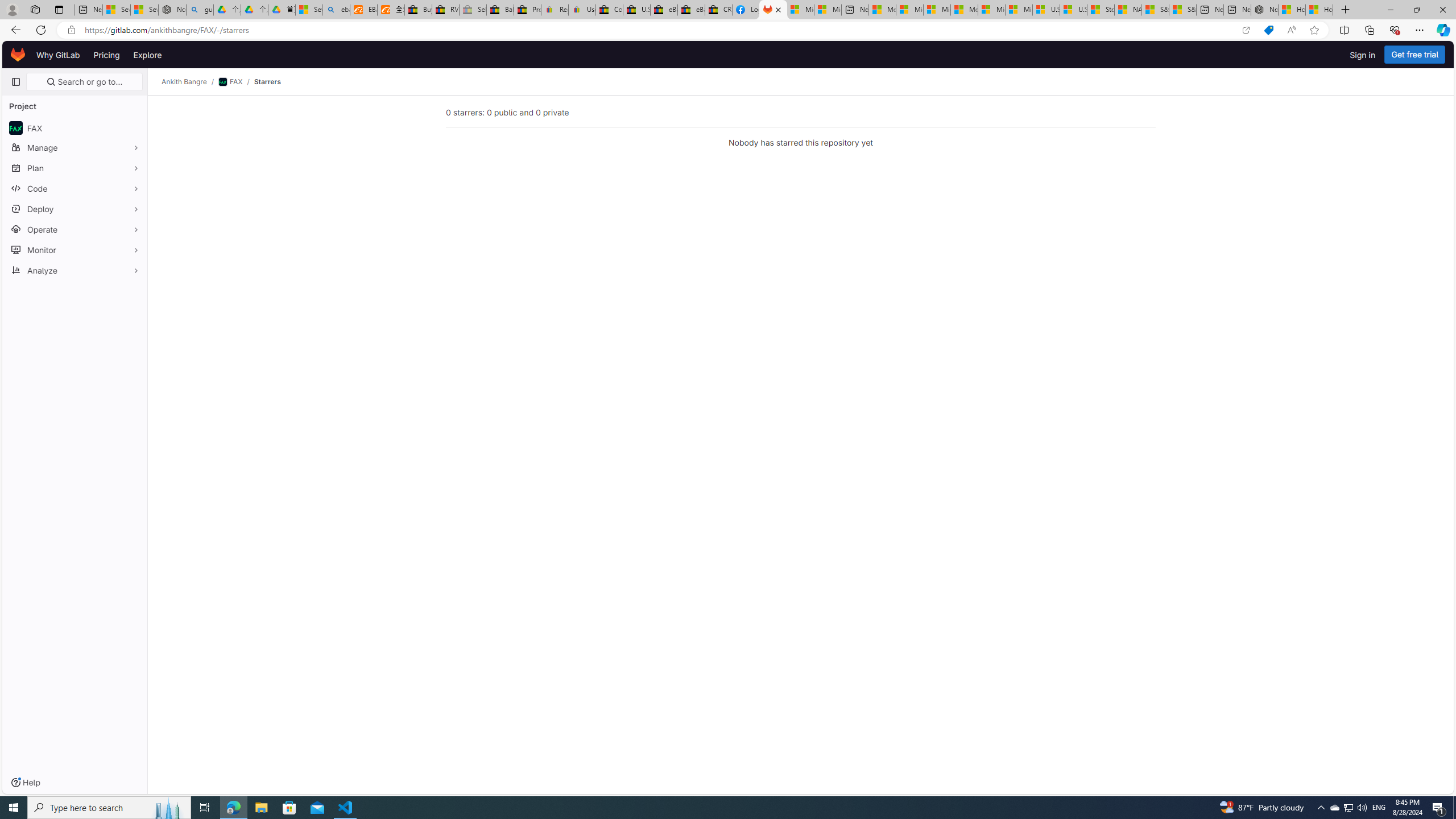 The width and height of the screenshot is (1456, 819). I want to click on 'Refresh', so click(40, 29).